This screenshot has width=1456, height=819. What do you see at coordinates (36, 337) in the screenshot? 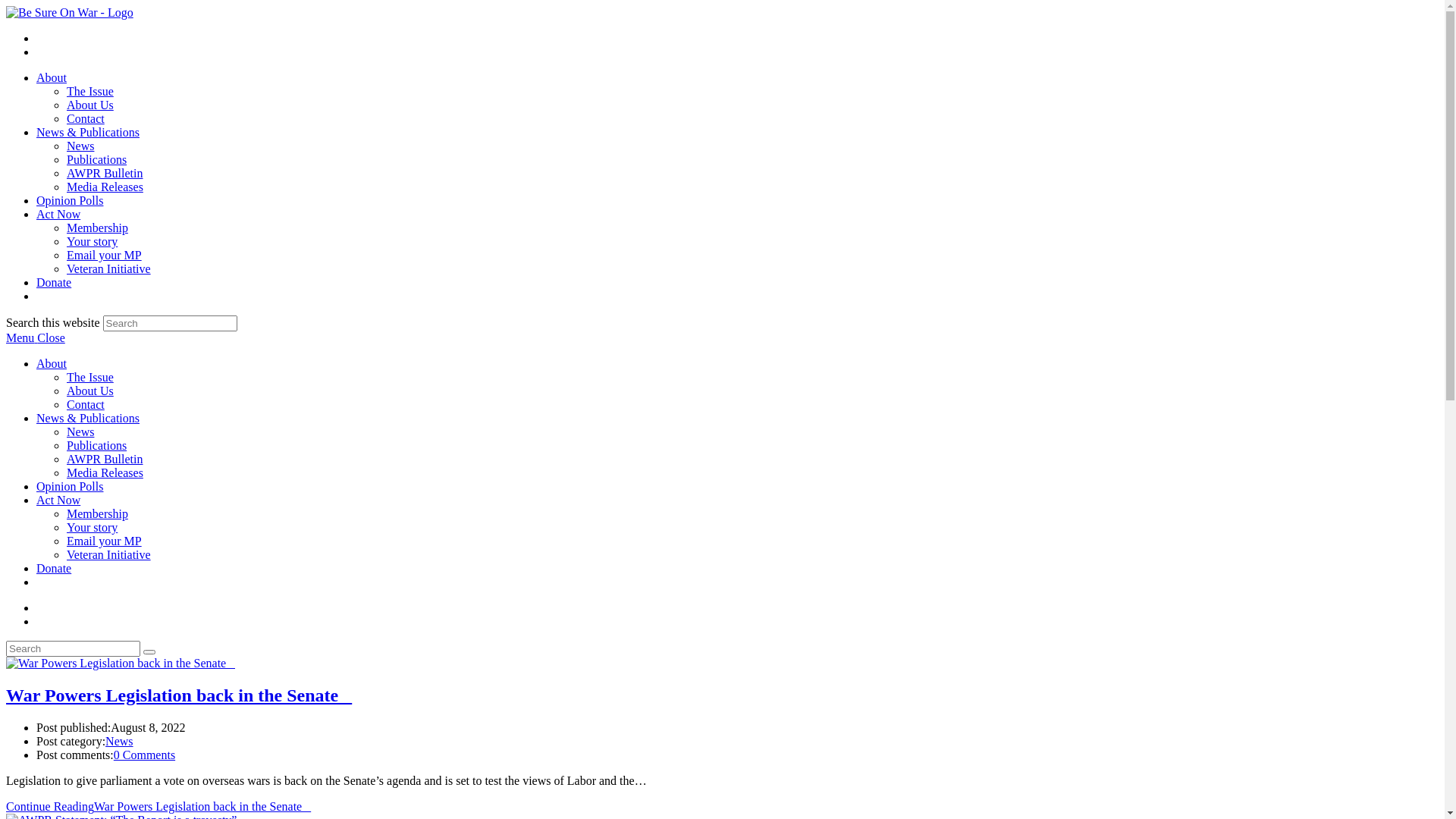
I see `'Menu Close'` at bounding box center [36, 337].